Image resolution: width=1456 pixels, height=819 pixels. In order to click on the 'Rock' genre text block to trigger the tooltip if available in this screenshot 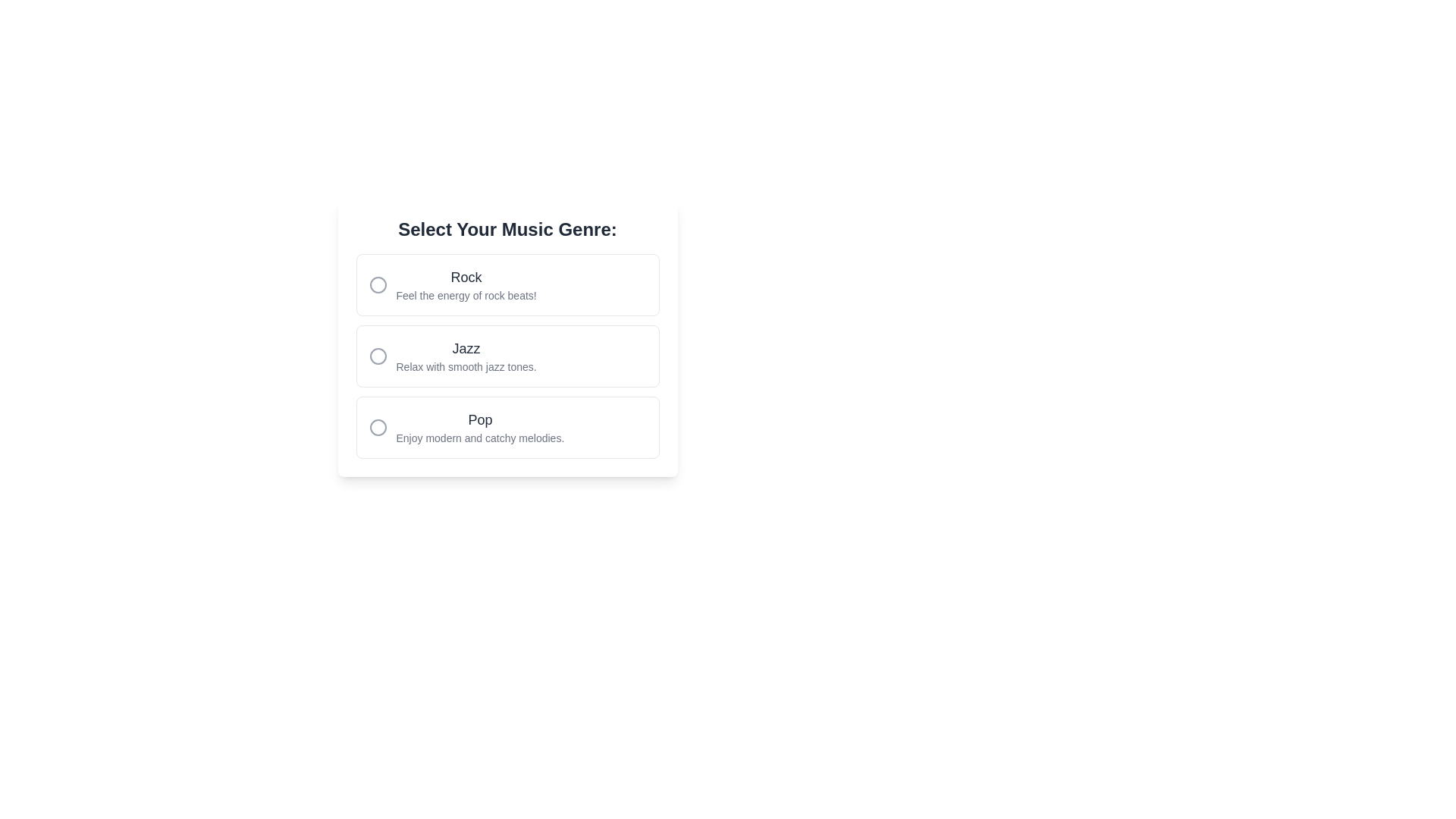, I will do `click(466, 284)`.